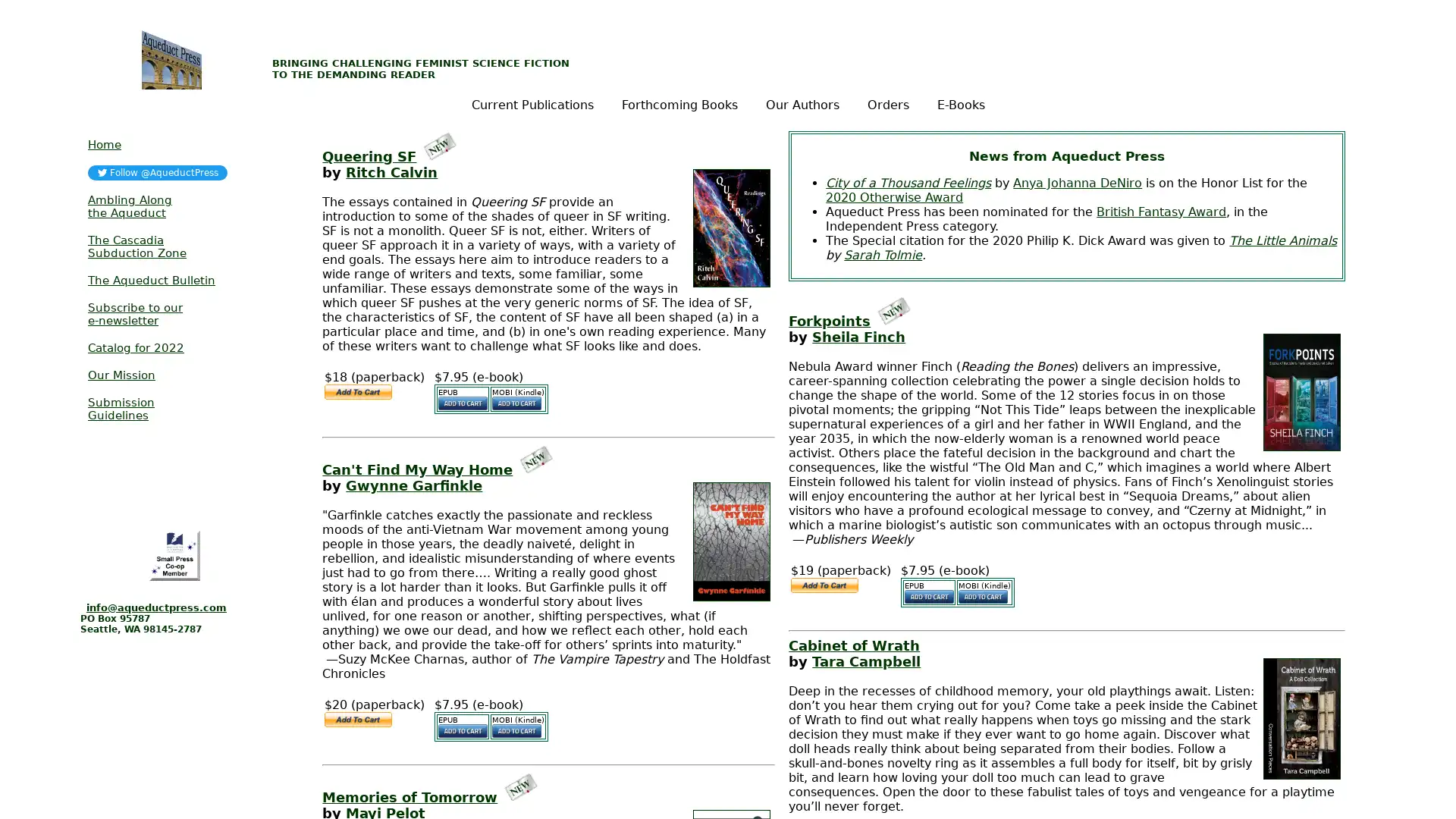 The height and width of the screenshot is (819, 1456). Describe the element at coordinates (356, 391) in the screenshot. I see `Make payments with PayPal - it\'s fast, free and secure!` at that location.